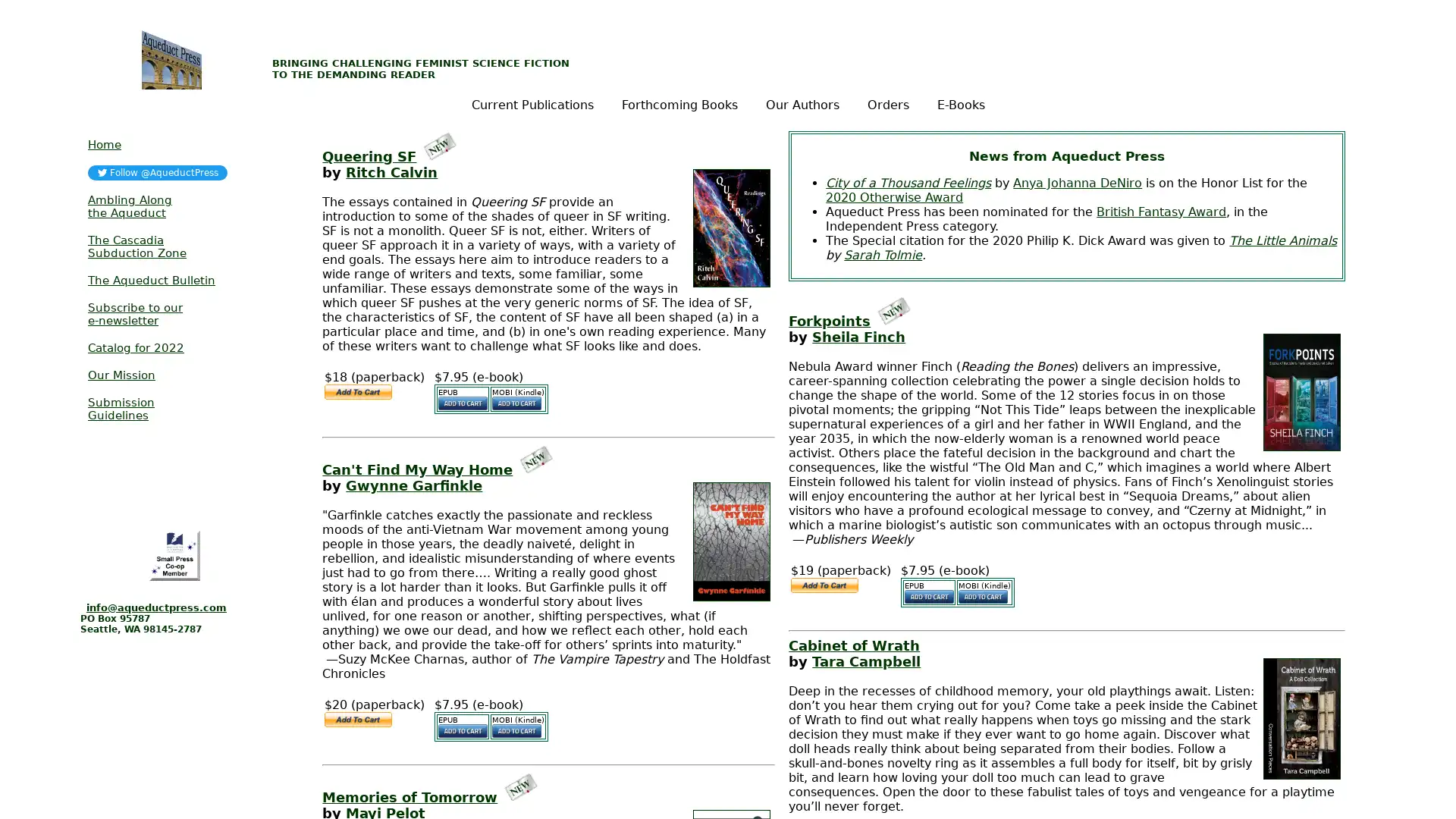 The height and width of the screenshot is (819, 1456). Describe the element at coordinates (356, 391) in the screenshot. I see `Make payments with PayPal - it\'s fast, free and secure!` at that location.